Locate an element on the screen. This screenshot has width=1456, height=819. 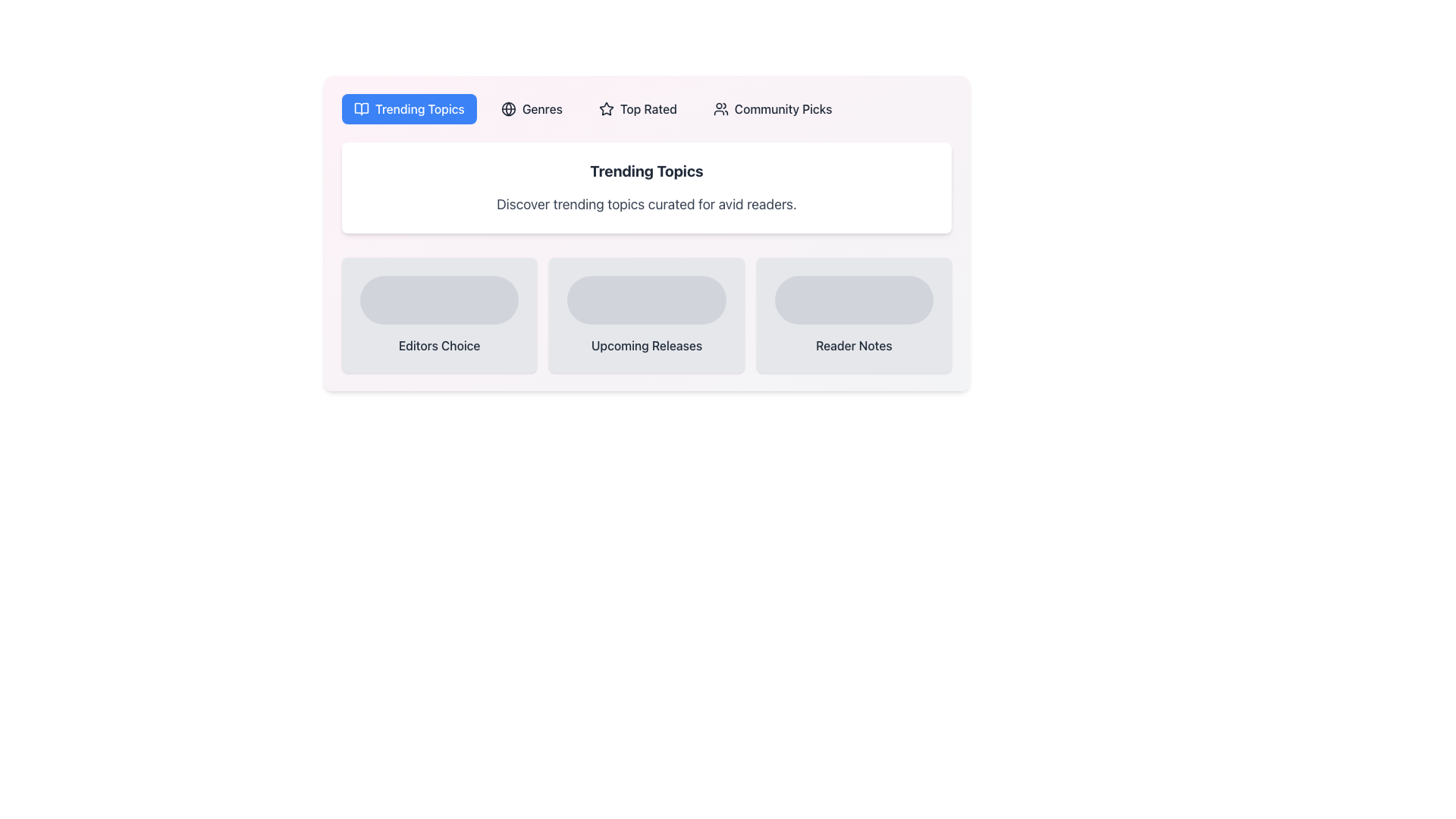
the 'Trending Topics' text label, which is a prominent section heading displayed in bold and dark gray font, located centrally within the UI above descriptive text is located at coordinates (647, 171).